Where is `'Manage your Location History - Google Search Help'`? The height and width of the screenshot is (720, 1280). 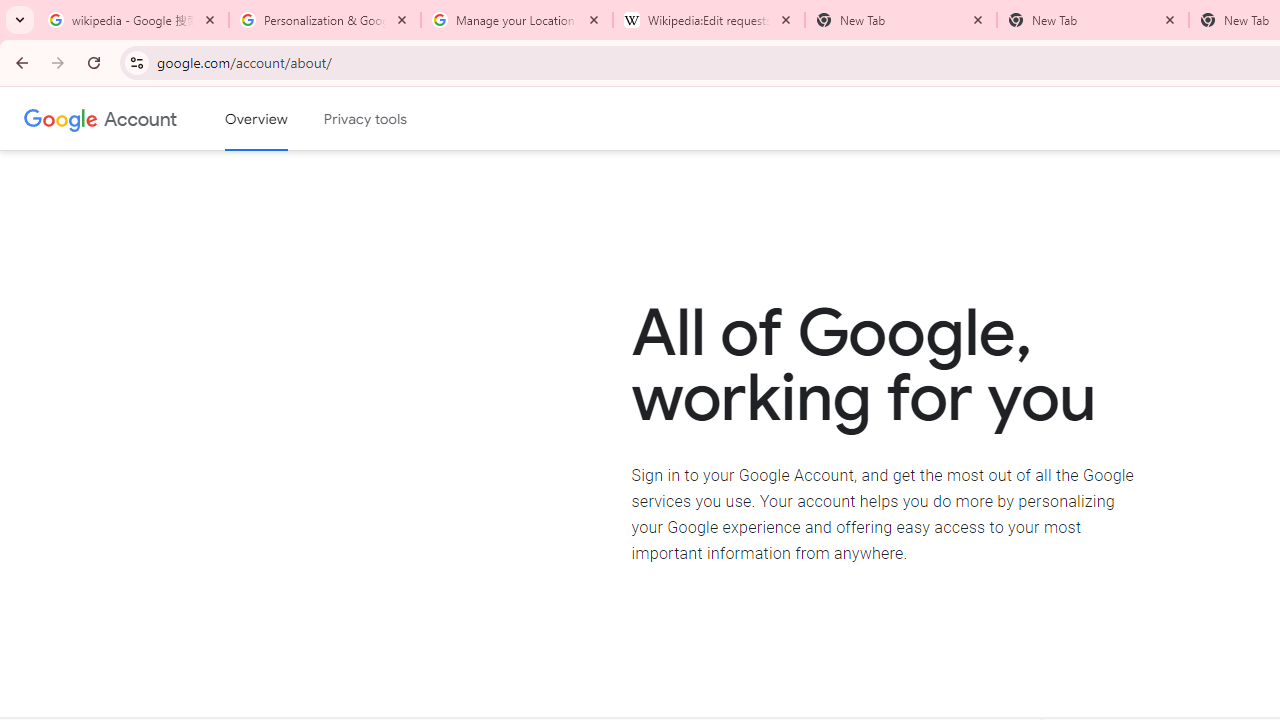
'Manage your Location History - Google Search Help' is located at coordinates (517, 20).